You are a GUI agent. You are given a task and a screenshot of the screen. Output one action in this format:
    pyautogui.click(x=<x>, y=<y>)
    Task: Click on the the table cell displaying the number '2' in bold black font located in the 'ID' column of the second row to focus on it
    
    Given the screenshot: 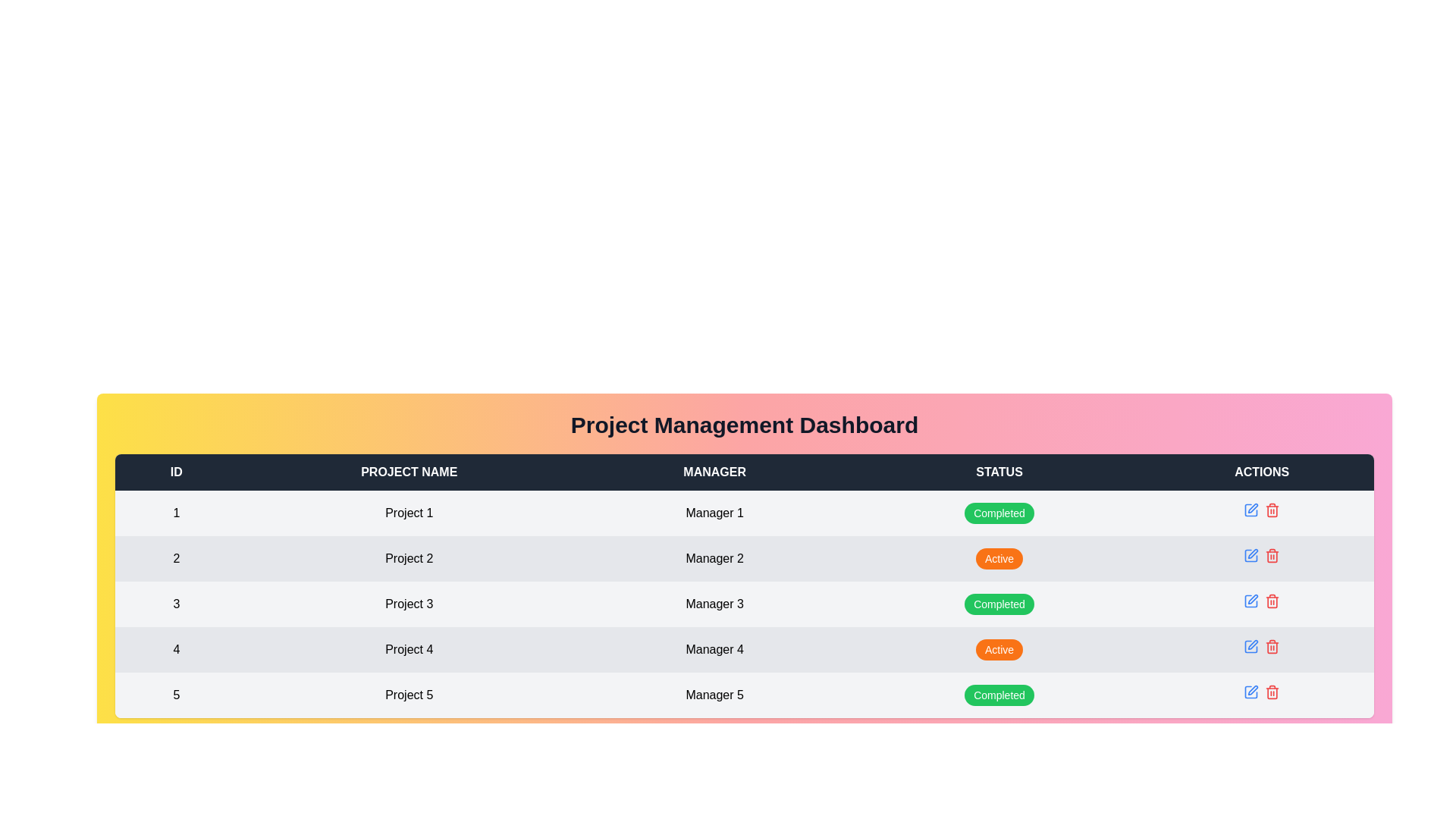 What is the action you would take?
    pyautogui.click(x=176, y=558)
    